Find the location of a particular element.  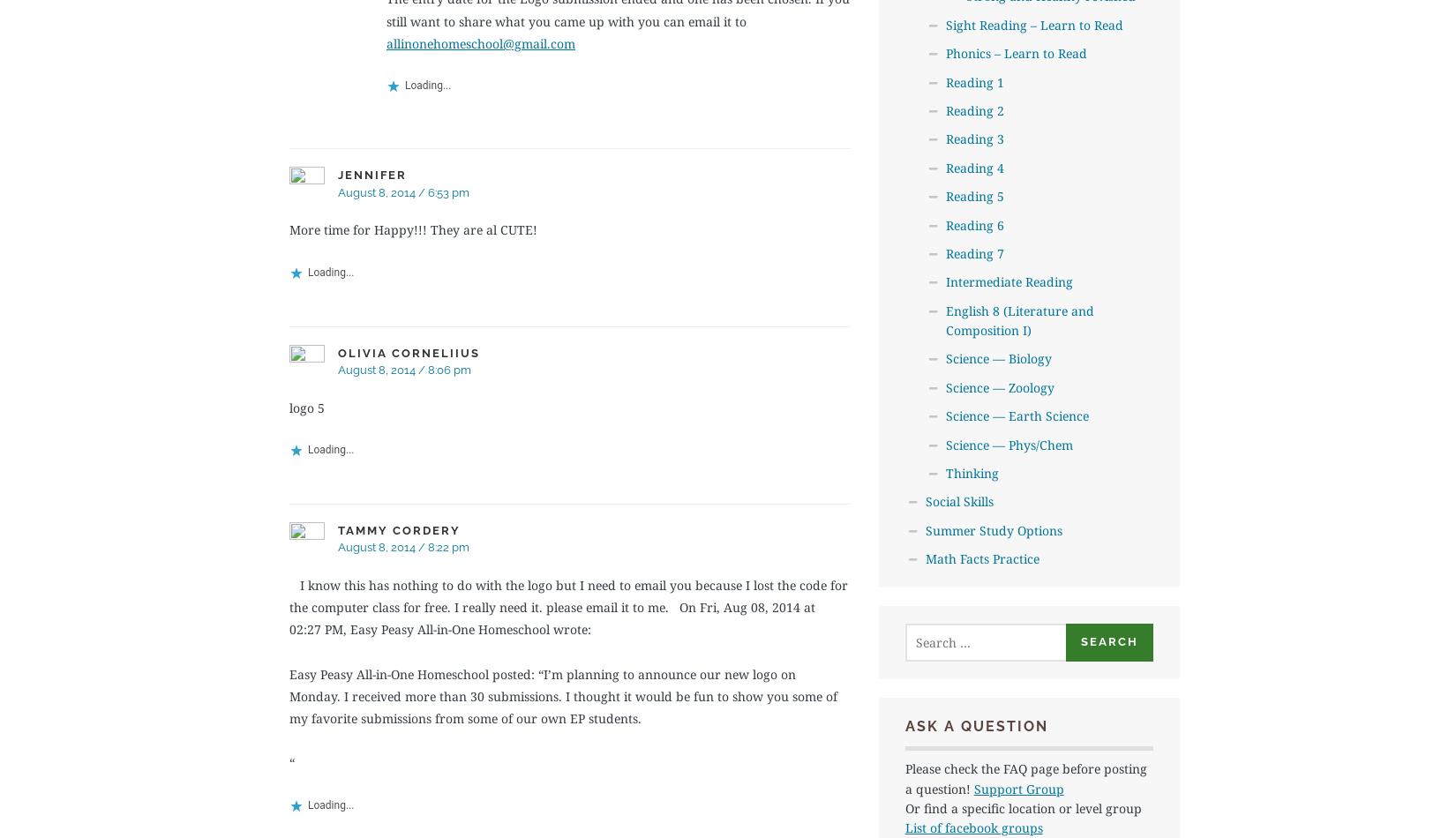

'Summer Study Options' is located at coordinates (925, 529).